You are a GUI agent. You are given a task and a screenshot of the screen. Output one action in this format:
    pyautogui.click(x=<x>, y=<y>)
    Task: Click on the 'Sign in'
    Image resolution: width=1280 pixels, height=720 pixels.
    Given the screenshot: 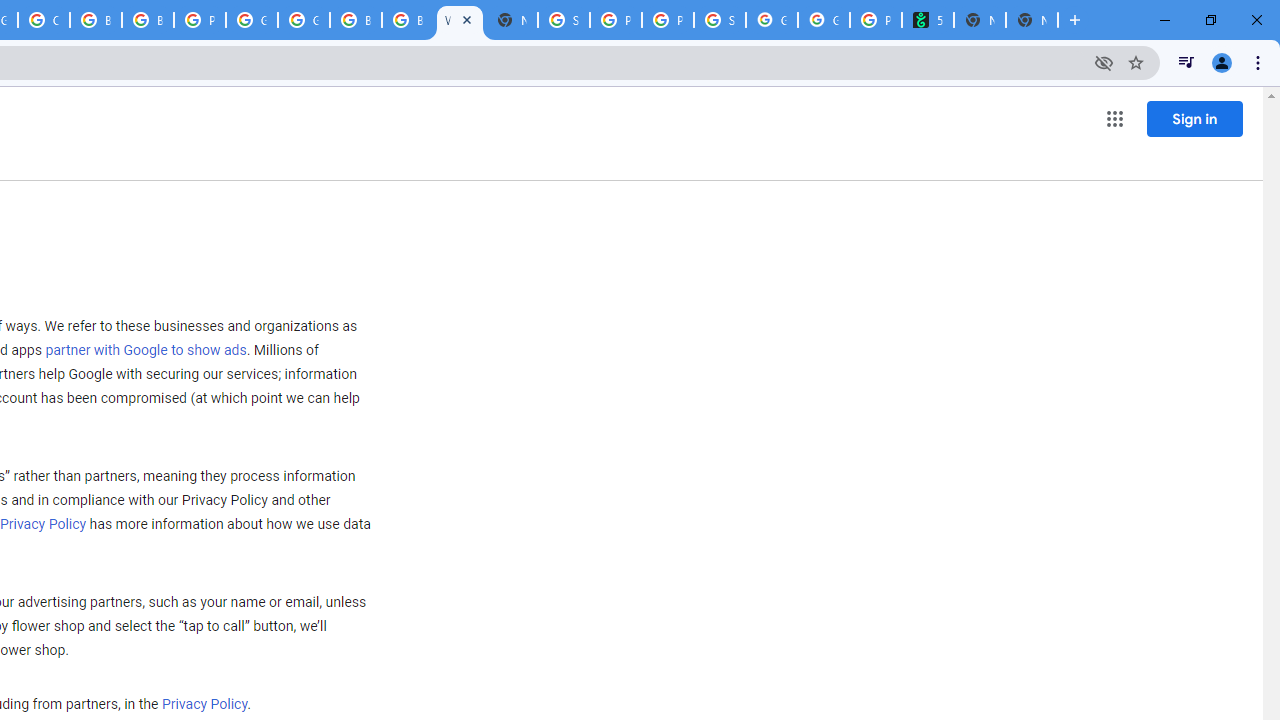 What is the action you would take?
    pyautogui.click(x=1194, y=118)
    